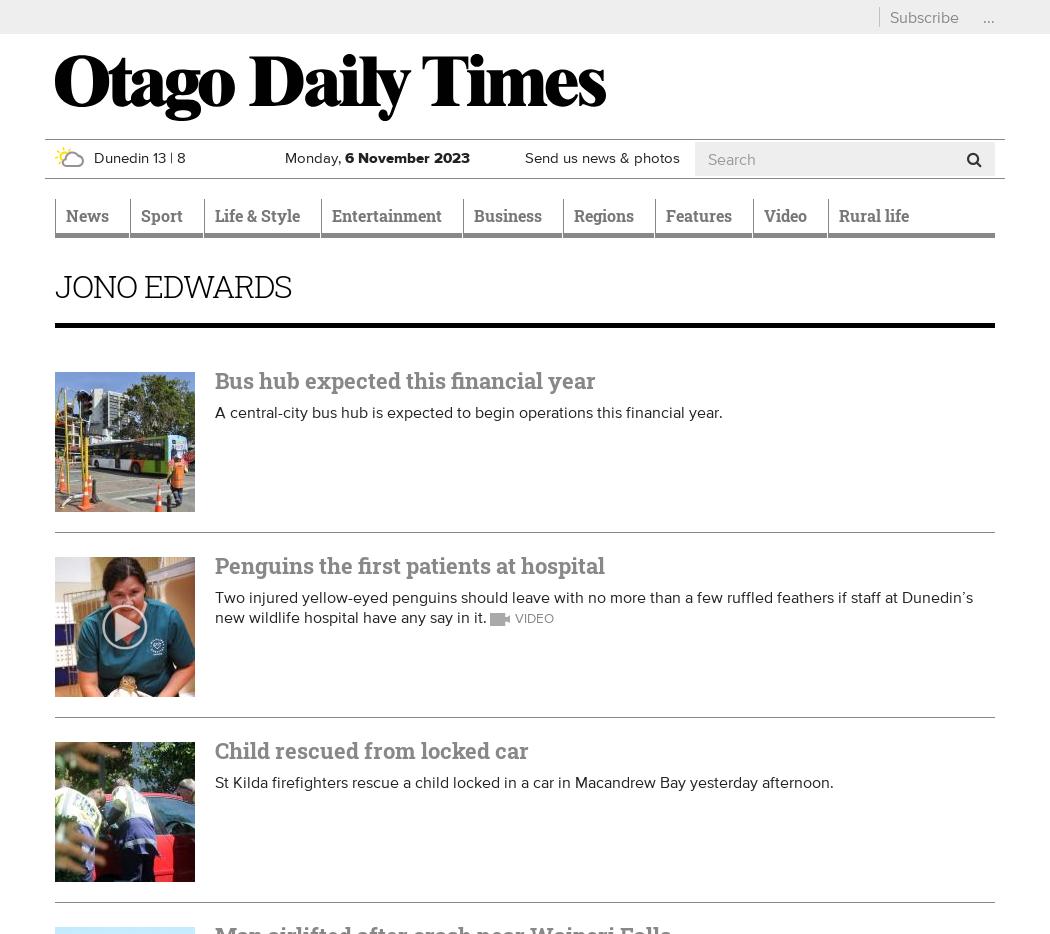 The height and width of the screenshot is (934, 1050). What do you see at coordinates (523, 781) in the screenshot?
I see `'St Kilda firefighters rescue a child locked in a car in Macandrew Bay yesterday afternoon.'` at bounding box center [523, 781].